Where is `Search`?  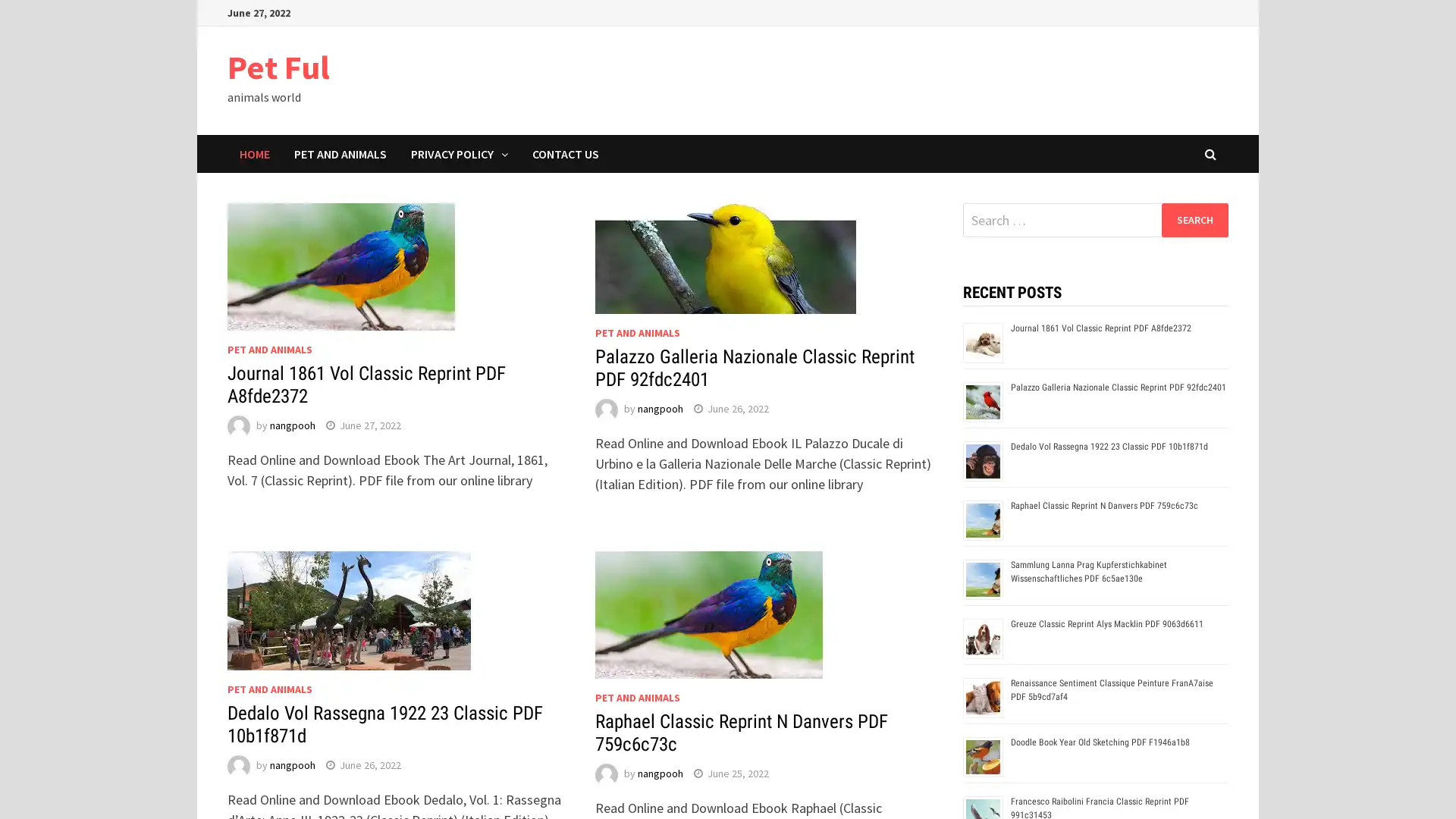 Search is located at coordinates (1194, 219).